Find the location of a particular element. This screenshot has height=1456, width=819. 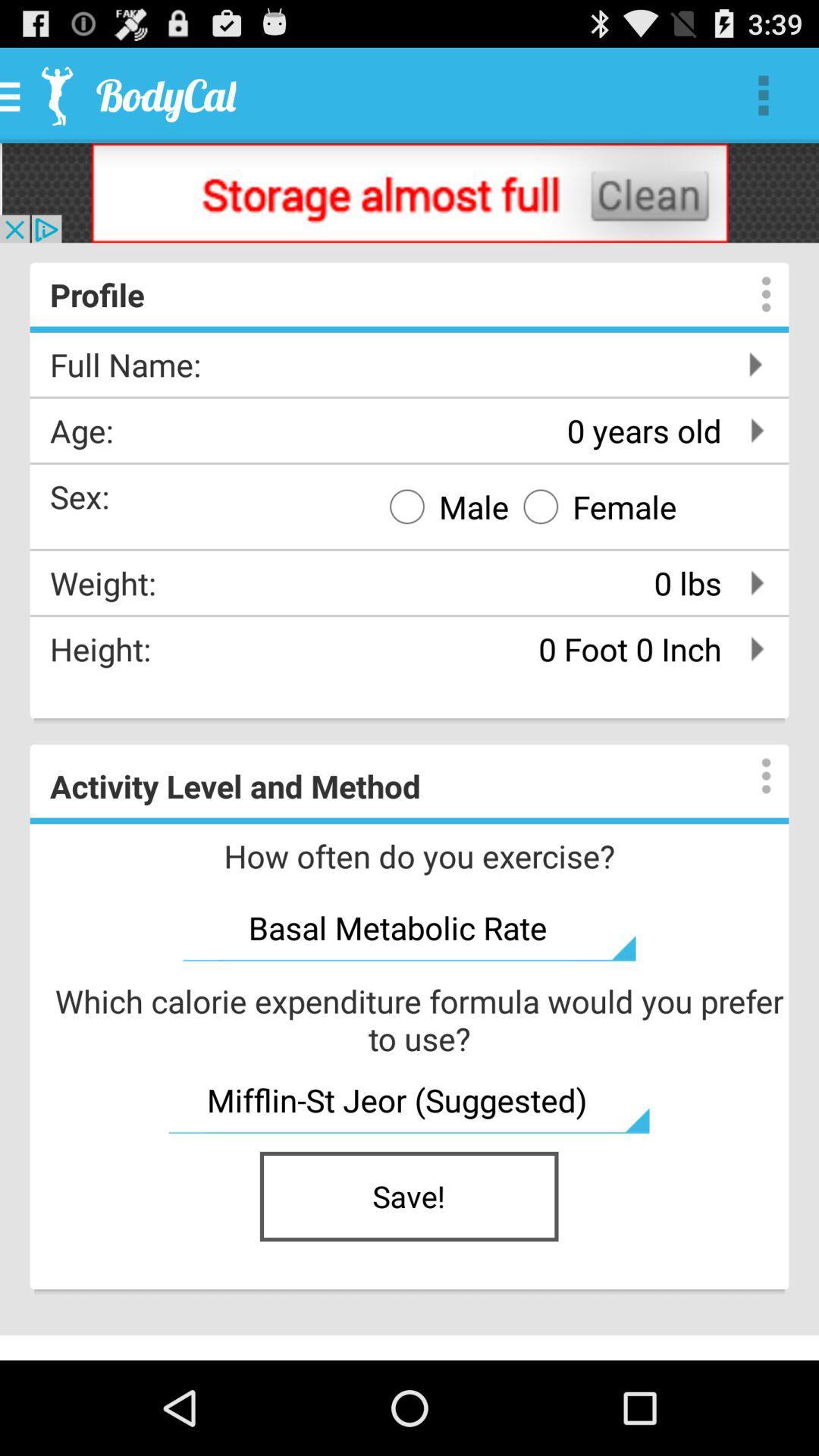

see details is located at coordinates (751, 294).